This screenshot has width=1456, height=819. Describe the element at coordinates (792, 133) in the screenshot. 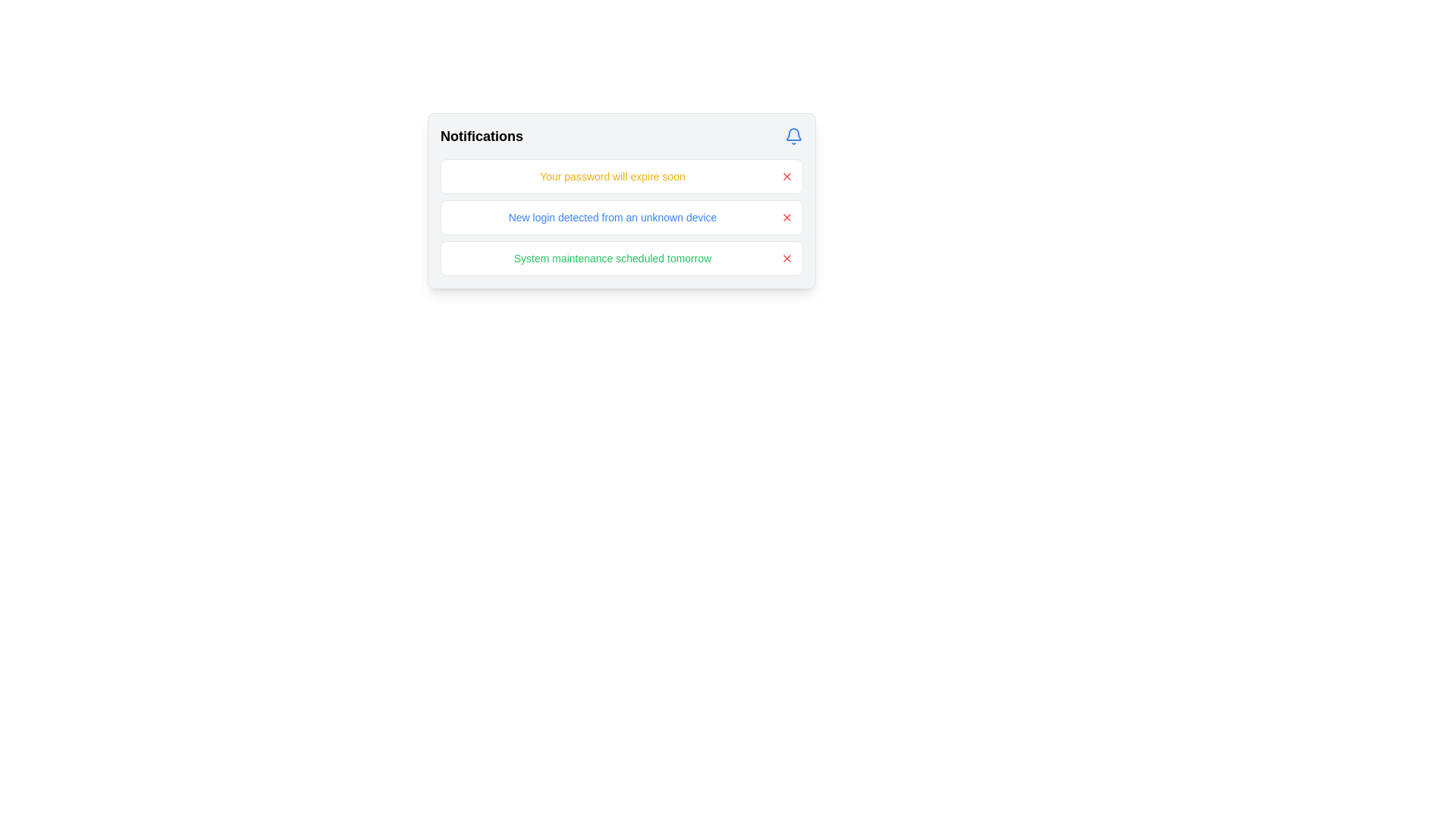

I see `the bell icon in the top-right corner of the notification panel to fetch new notifications` at that location.